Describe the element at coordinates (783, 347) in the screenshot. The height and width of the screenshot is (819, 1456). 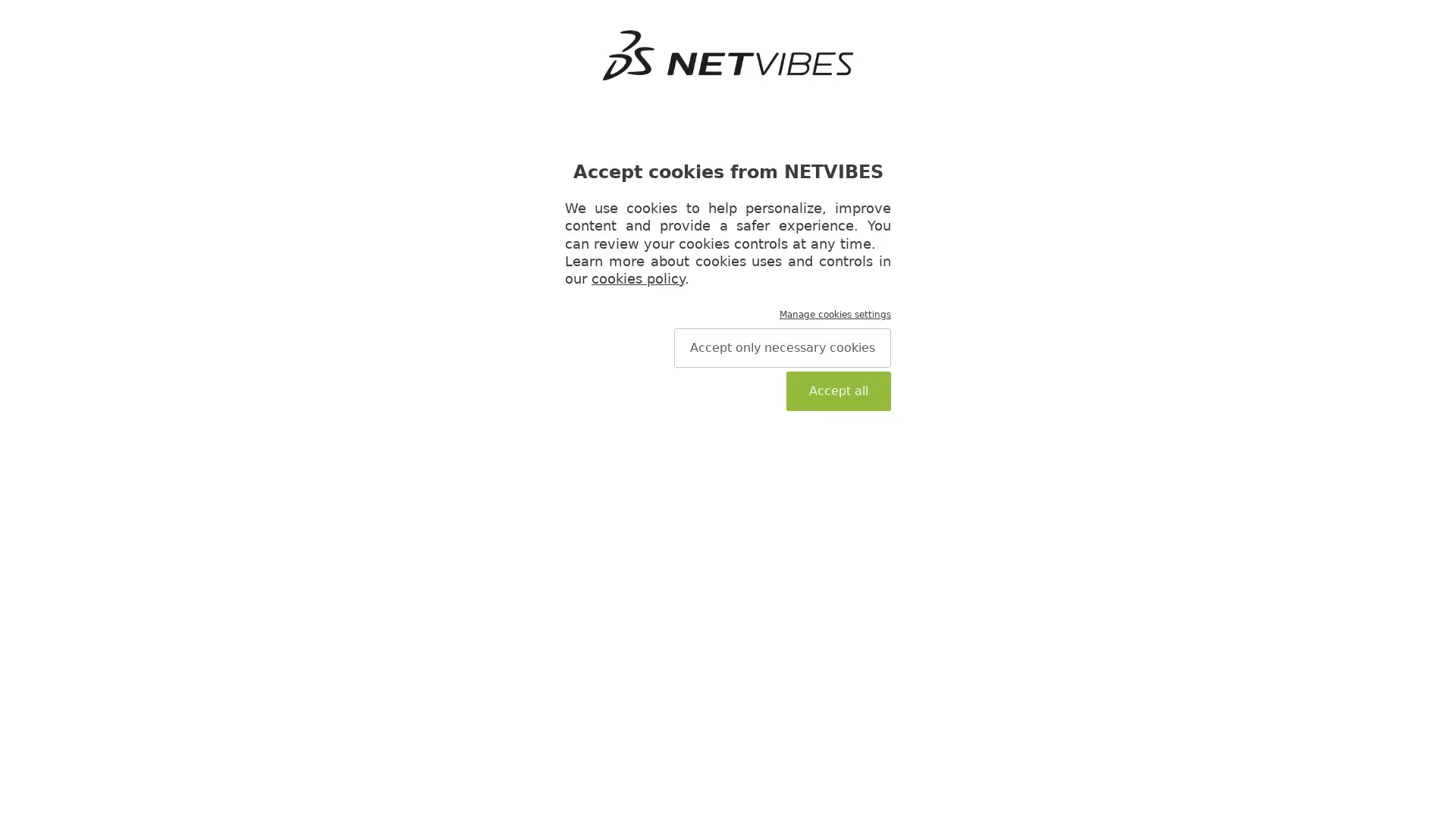
I see `Accept only necessary cookies` at that location.